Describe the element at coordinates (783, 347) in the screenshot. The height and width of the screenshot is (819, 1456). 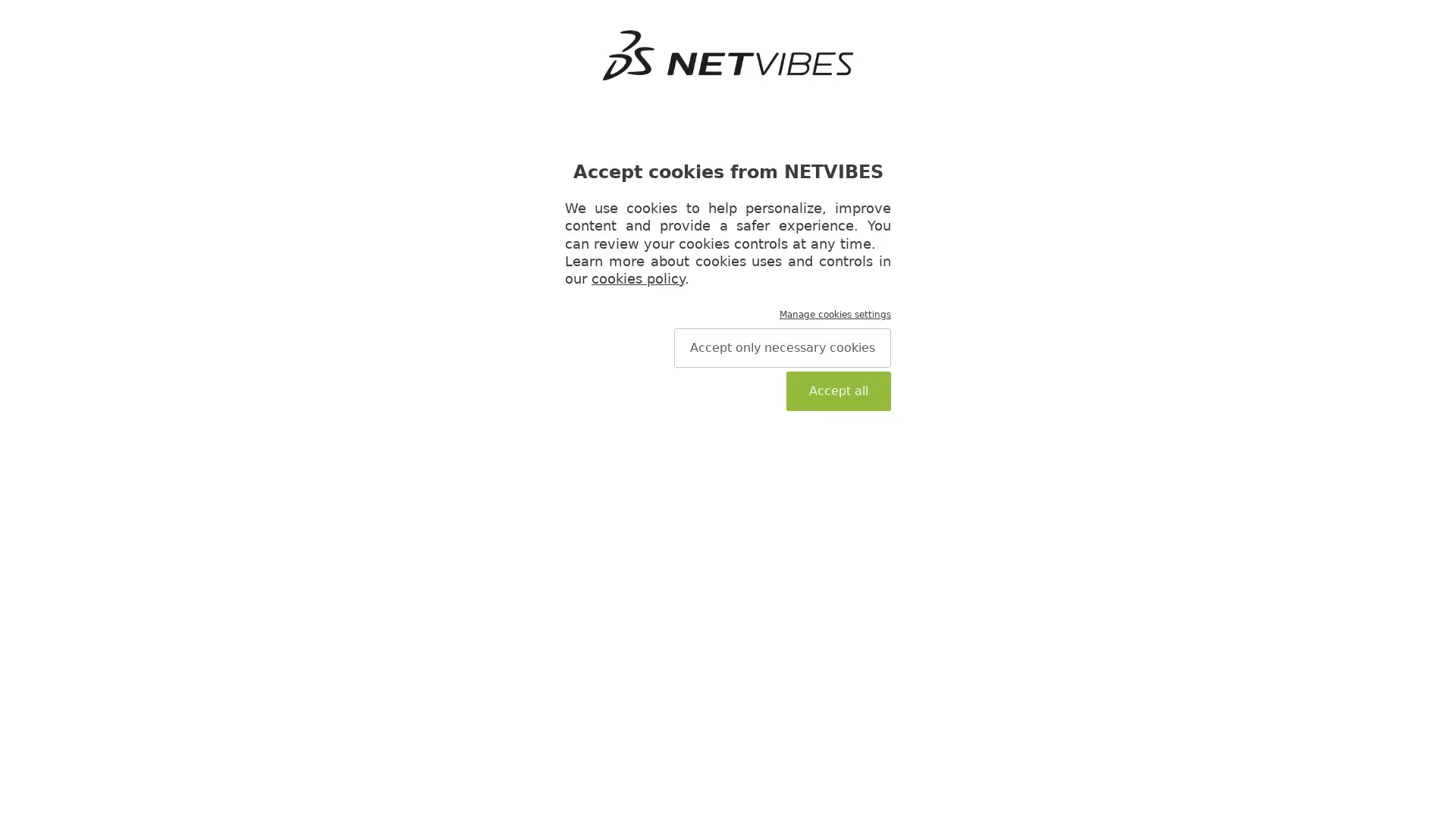
I see `Accept only necessary cookies` at that location.